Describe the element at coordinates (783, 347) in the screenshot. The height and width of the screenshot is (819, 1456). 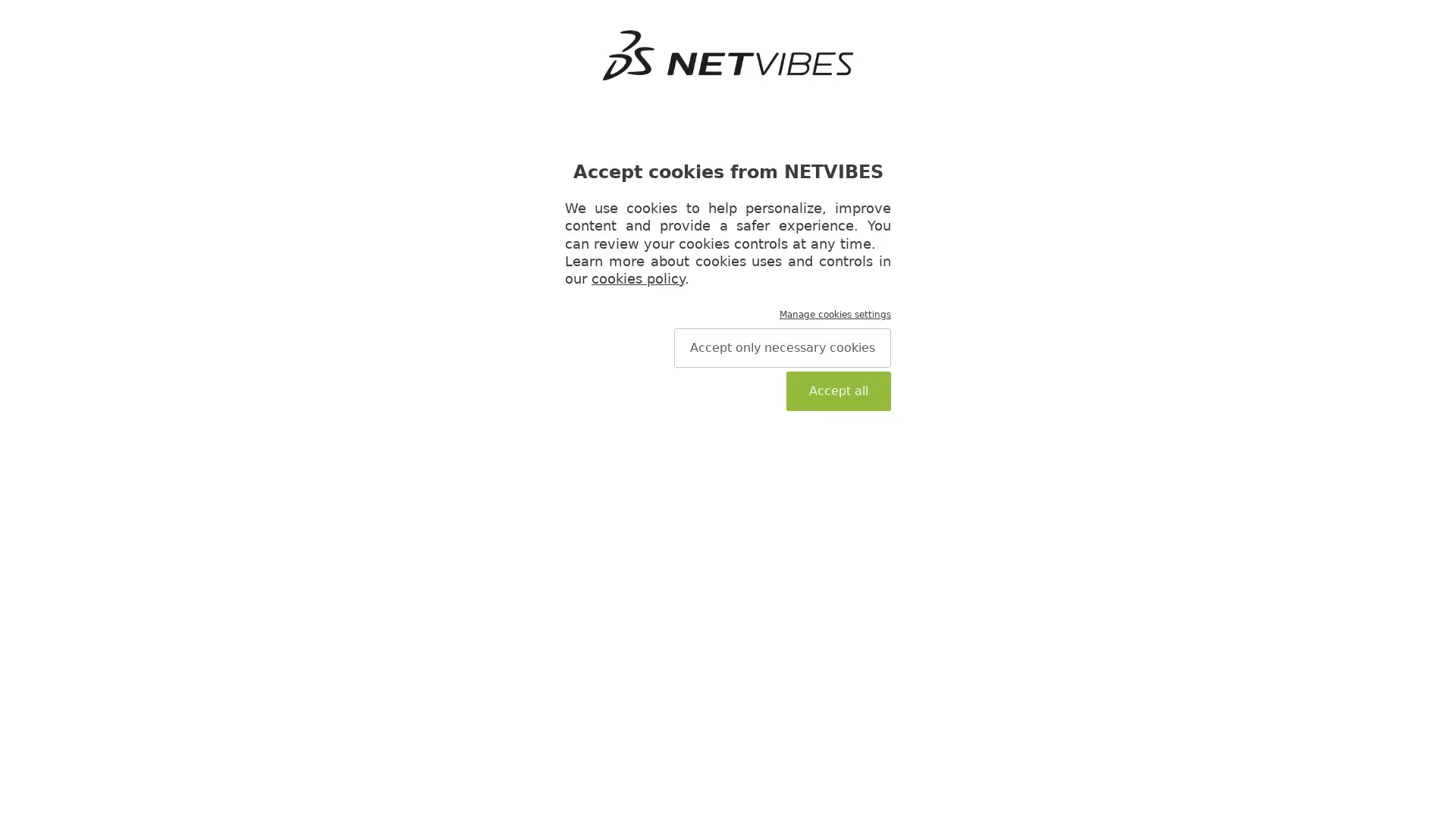
I see `Accept only necessary cookies` at that location.